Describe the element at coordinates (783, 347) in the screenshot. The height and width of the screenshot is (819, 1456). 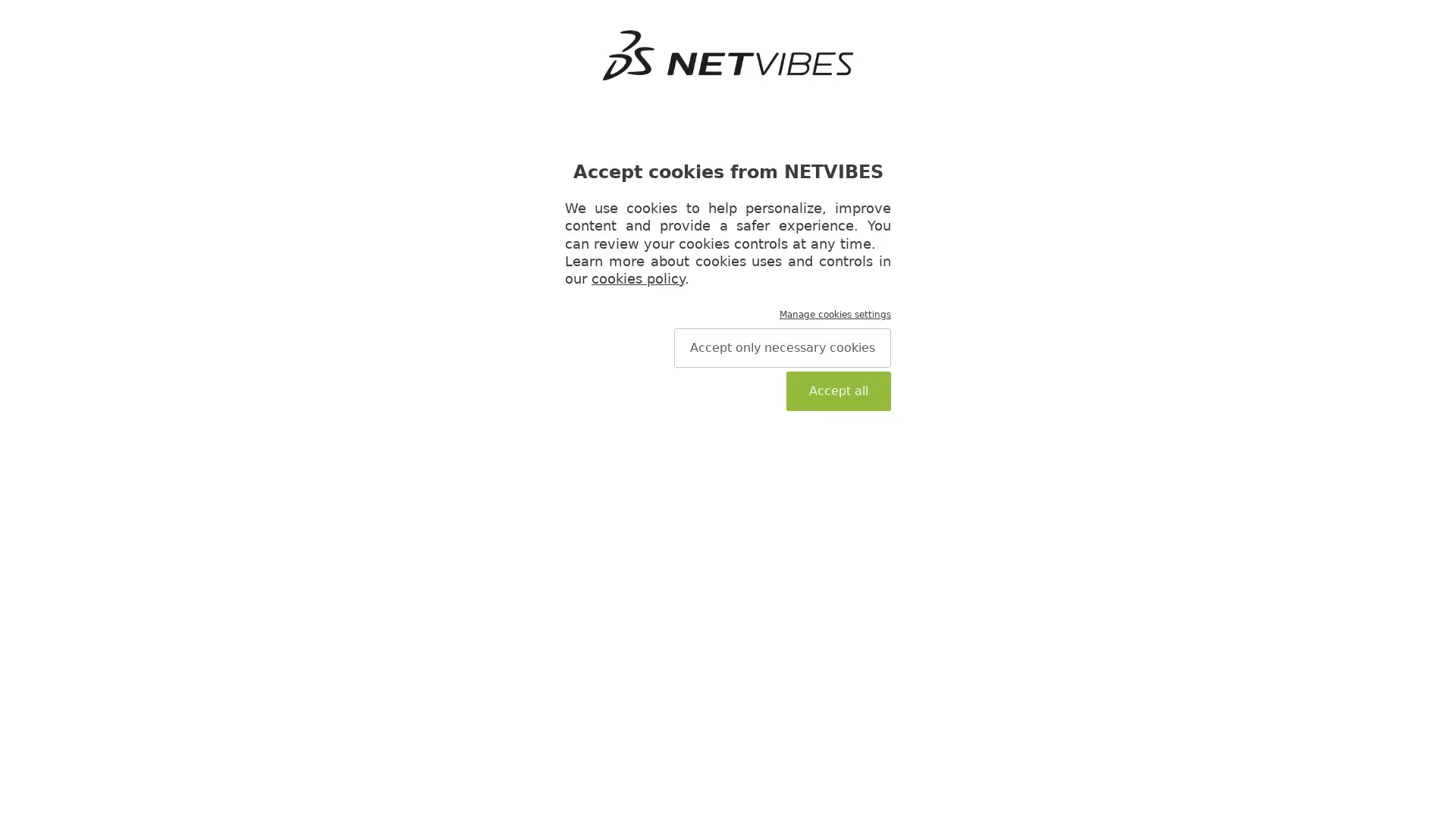
I see `Accept only necessary cookies` at that location.